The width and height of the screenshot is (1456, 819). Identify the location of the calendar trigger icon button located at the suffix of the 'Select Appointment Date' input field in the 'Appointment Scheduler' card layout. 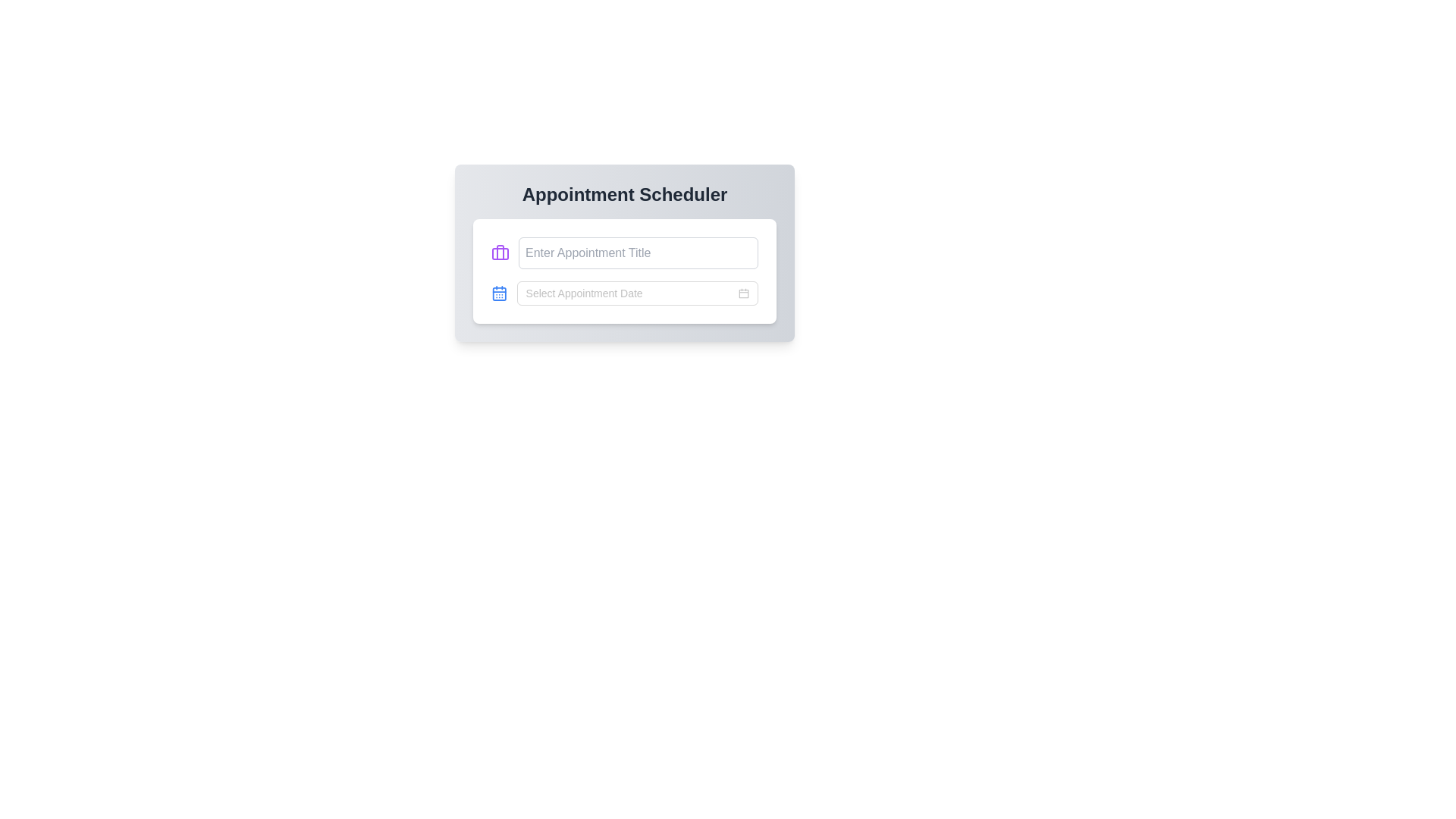
(743, 293).